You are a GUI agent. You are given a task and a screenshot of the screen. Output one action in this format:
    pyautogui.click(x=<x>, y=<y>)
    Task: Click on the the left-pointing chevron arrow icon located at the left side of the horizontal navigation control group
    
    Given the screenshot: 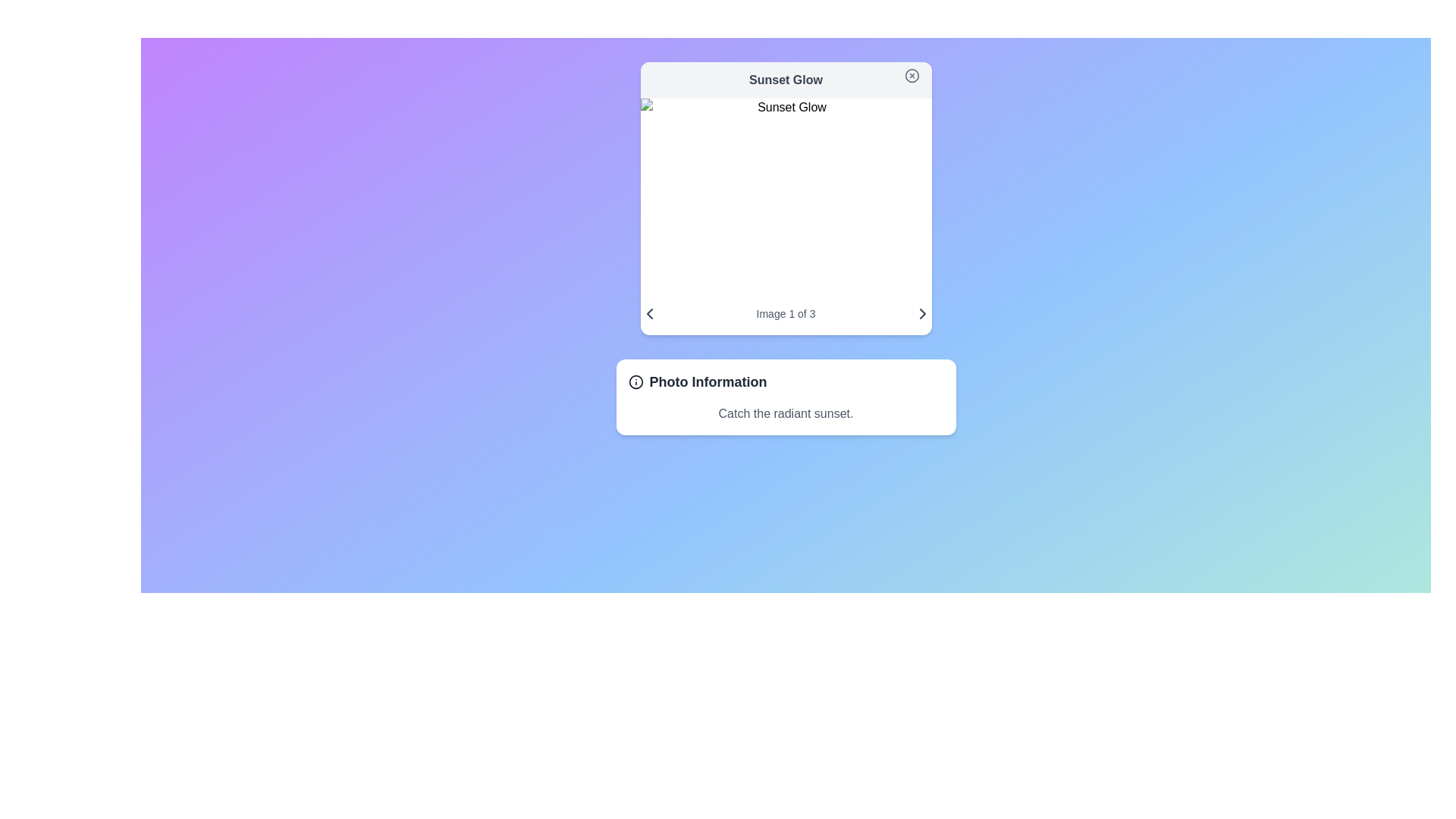 What is the action you would take?
    pyautogui.click(x=649, y=312)
    